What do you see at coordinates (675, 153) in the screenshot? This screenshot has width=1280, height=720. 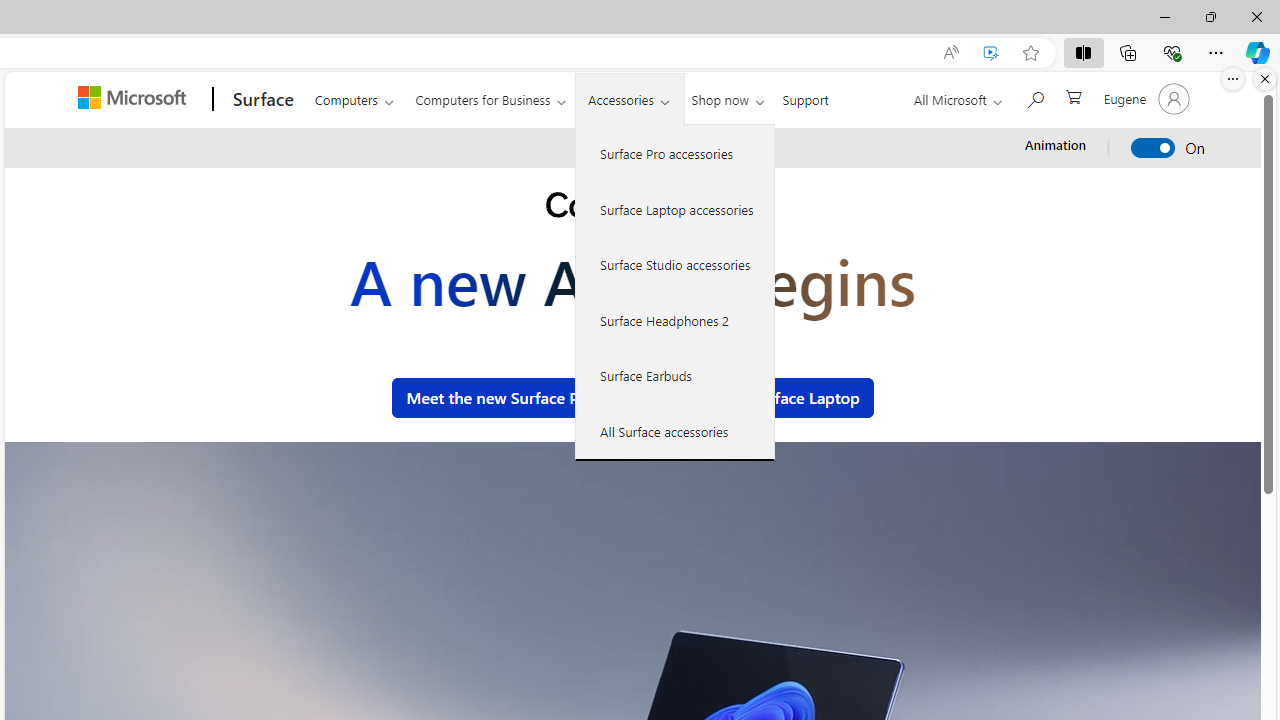 I see `'Surface Pro accessories'` at bounding box center [675, 153].